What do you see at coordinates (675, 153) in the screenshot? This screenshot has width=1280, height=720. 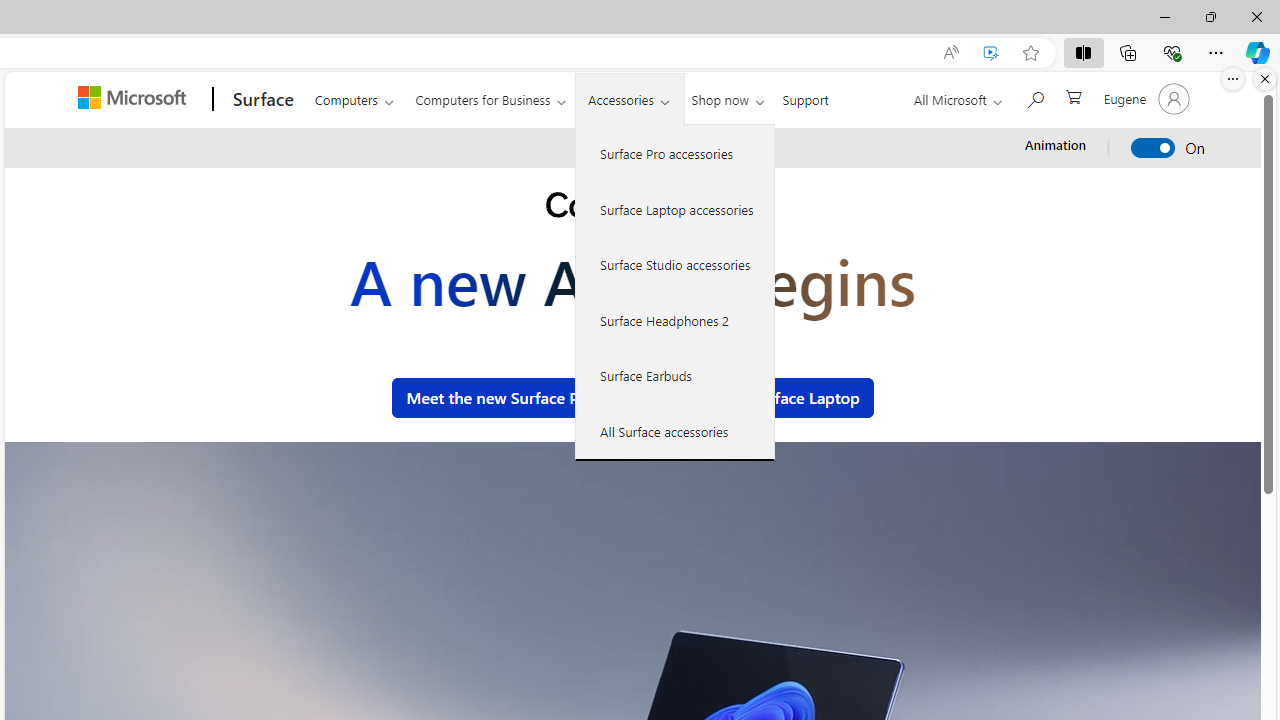 I see `'Surface Pro accessories'` at bounding box center [675, 153].